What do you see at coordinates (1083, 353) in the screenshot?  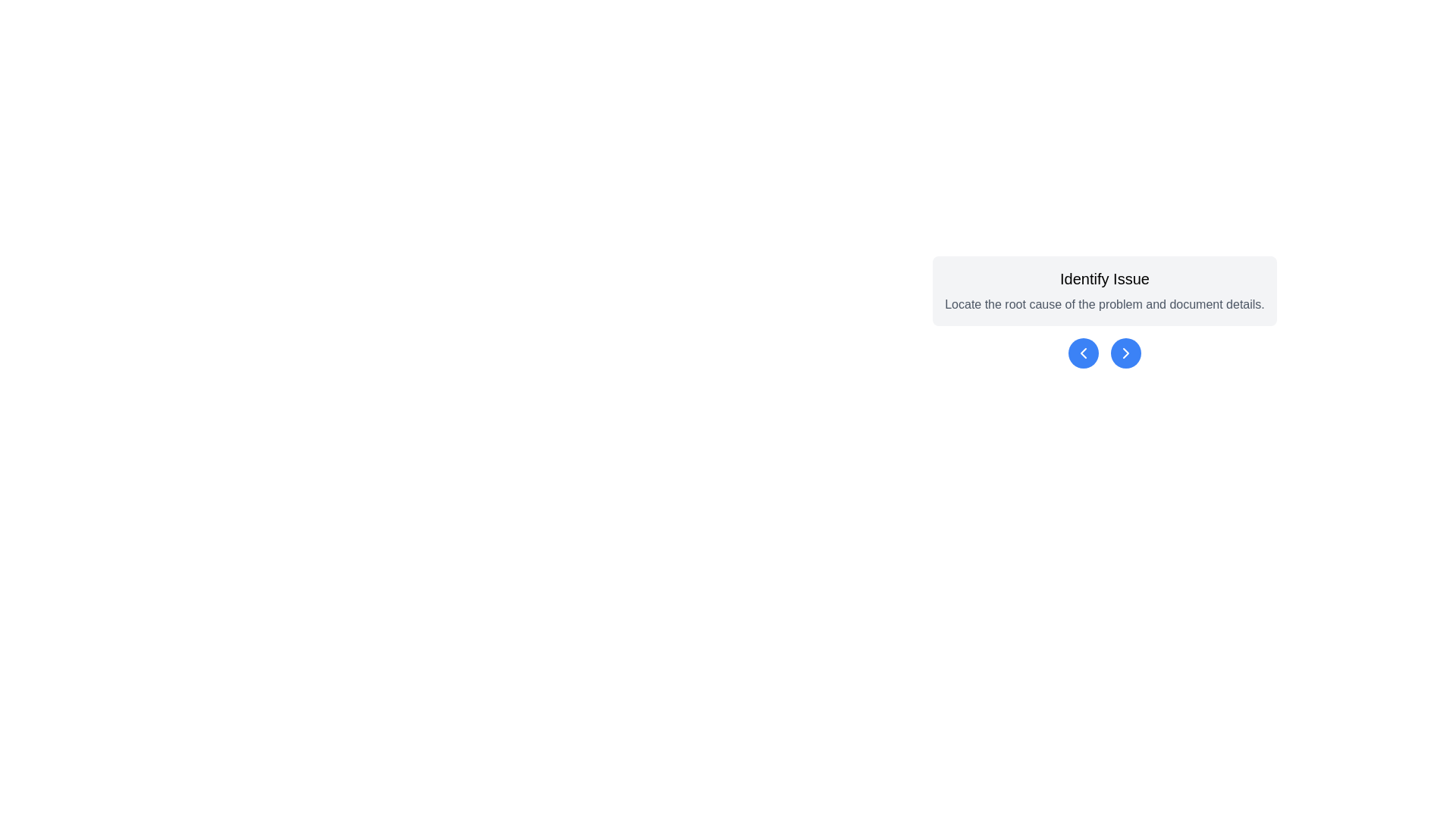 I see `the left-pointing chevron icon within the blue circular button located underneath the 'Identify Issue' text block` at bounding box center [1083, 353].